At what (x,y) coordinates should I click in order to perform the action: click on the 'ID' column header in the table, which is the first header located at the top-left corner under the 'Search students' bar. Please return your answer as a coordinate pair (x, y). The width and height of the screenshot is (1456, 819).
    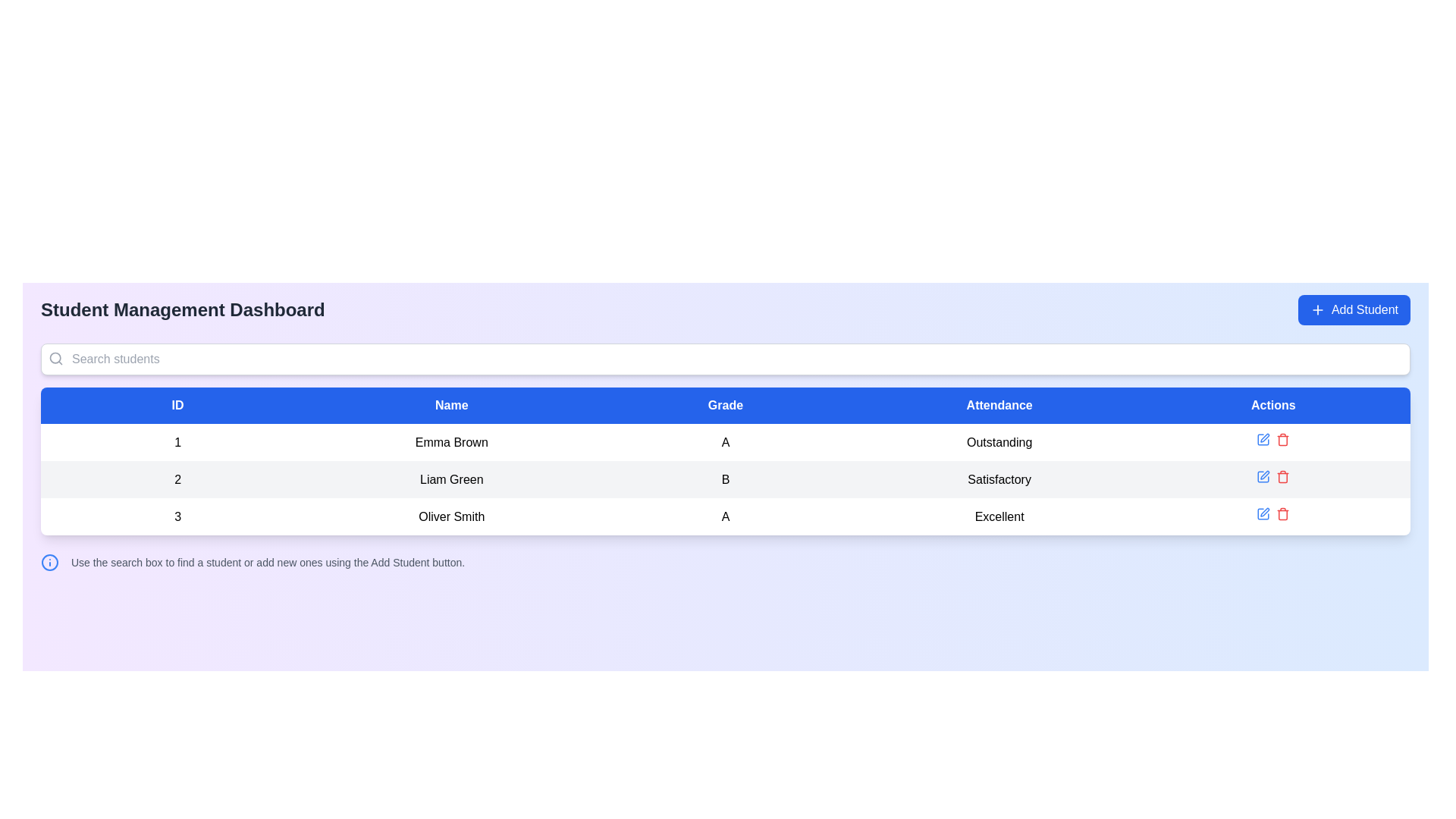
    Looking at the image, I should click on (177, 405).